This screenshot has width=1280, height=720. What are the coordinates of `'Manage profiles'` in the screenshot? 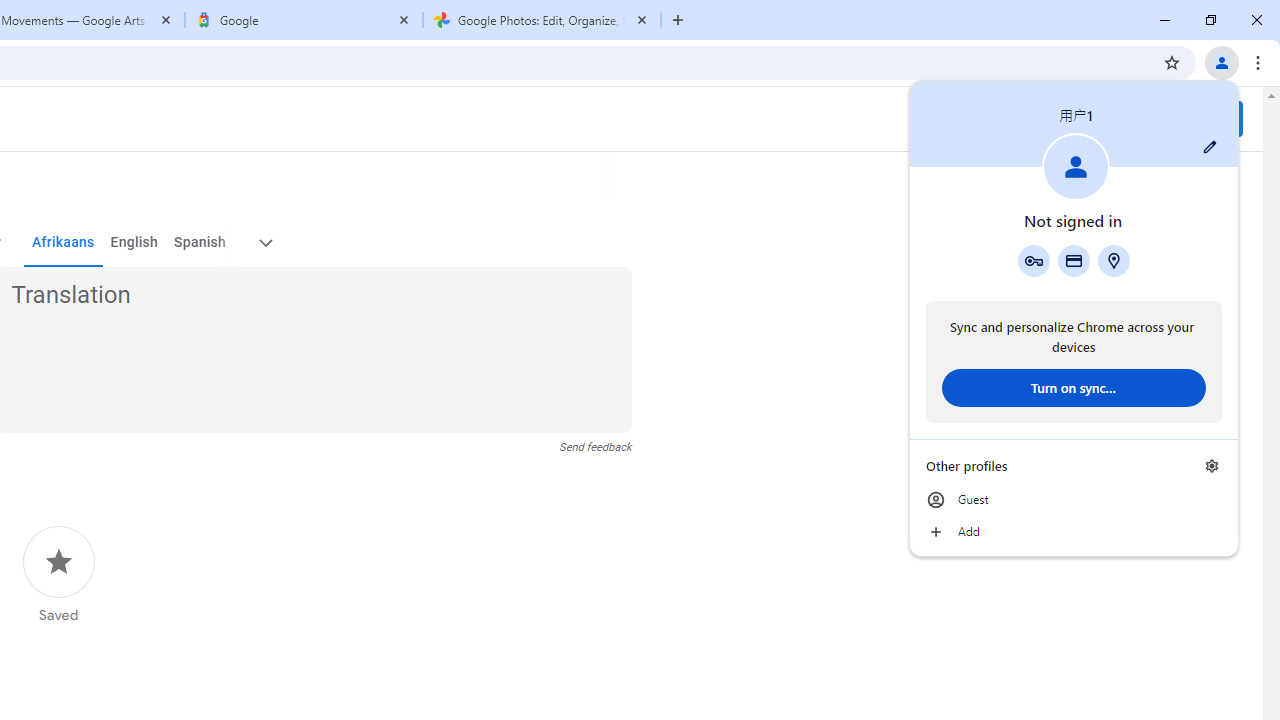 It's located at (1211, 465).